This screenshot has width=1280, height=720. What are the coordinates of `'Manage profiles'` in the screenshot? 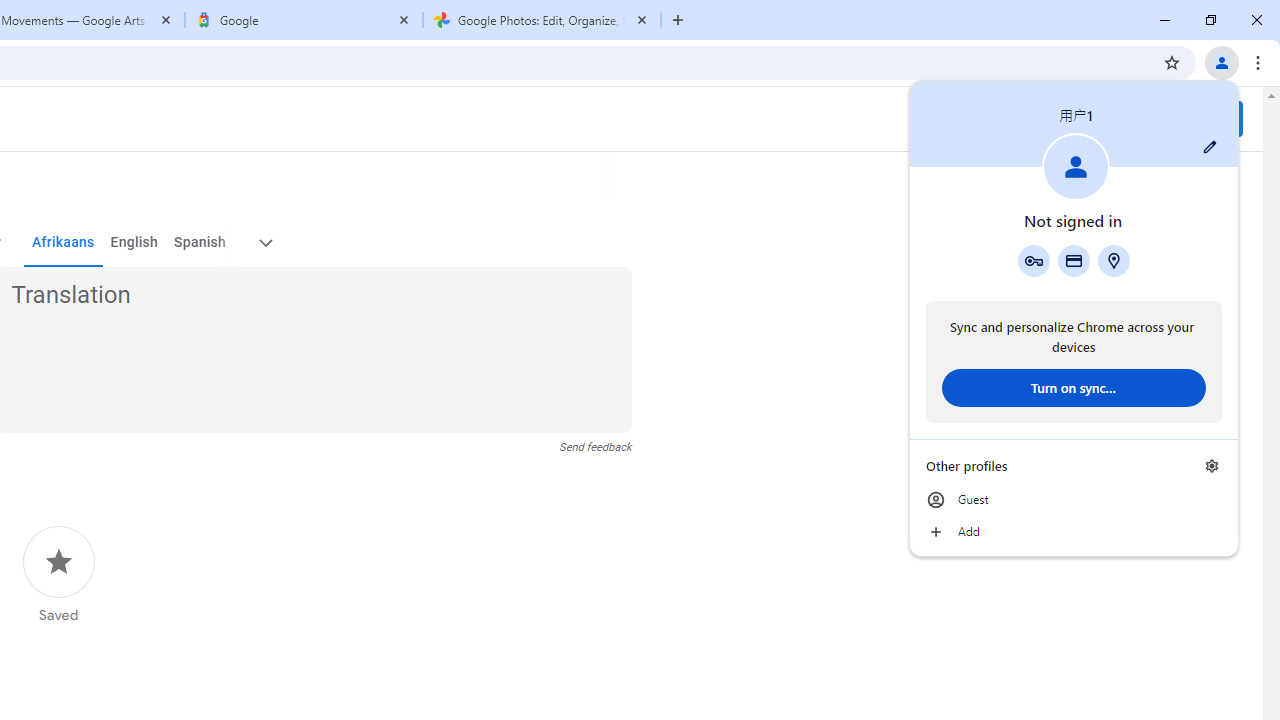 It's located at (1211, 465).